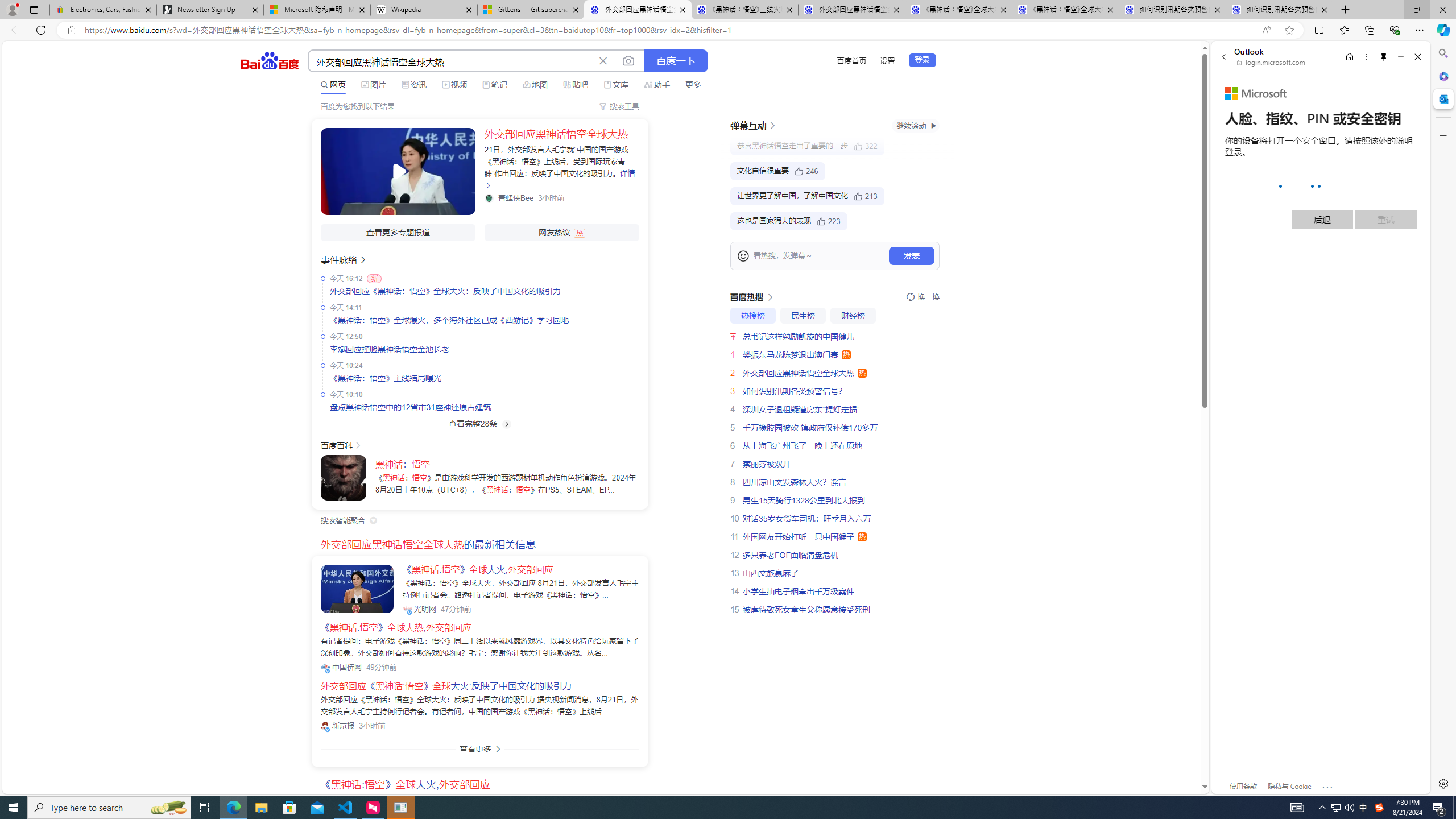  I want to click on 'login.microsoft.com', so click(1271, 61).